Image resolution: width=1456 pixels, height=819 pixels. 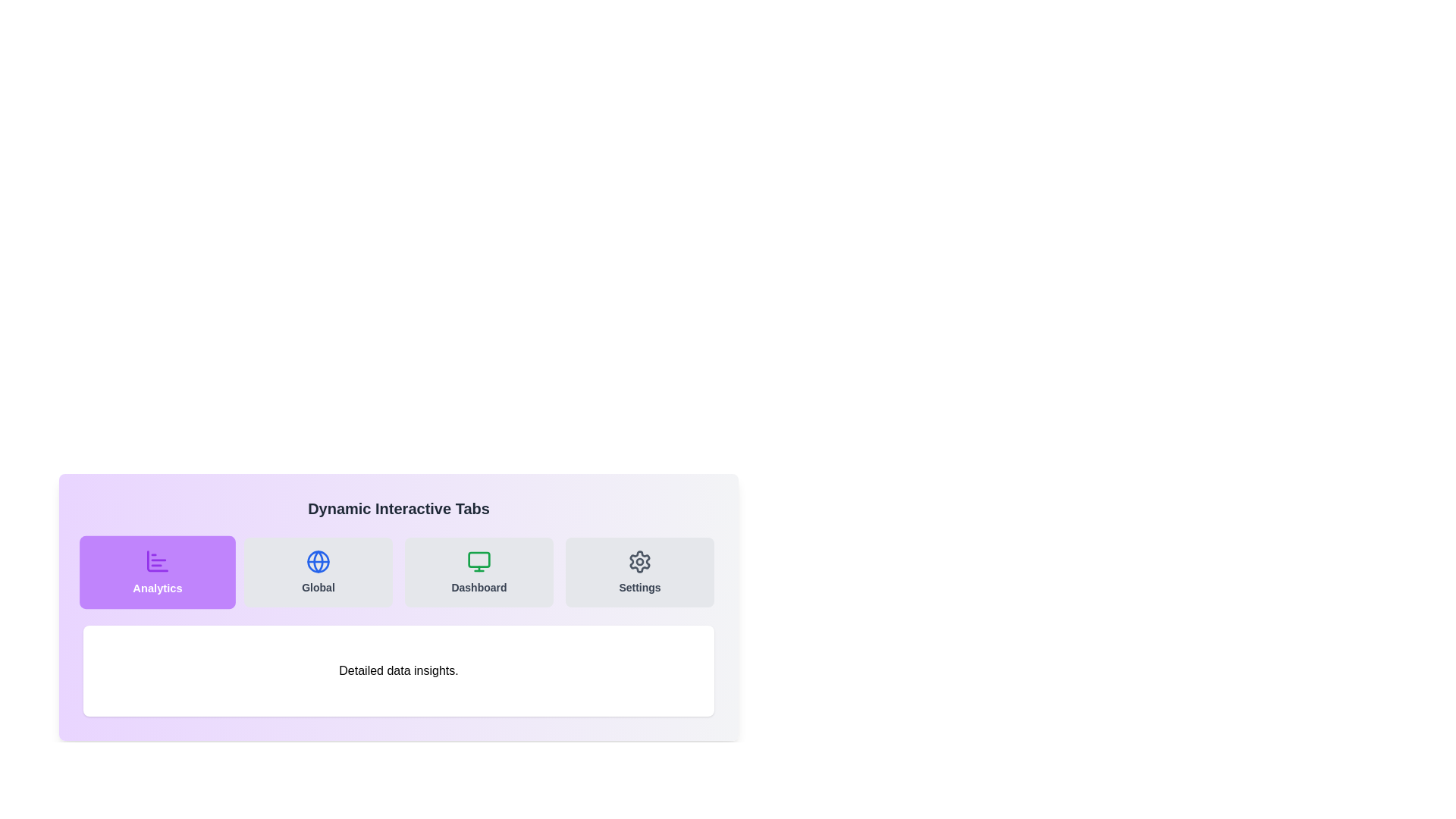 I want to click on text label that serves as the navigation element for the third tab, located under the 'Global' tab and to the left of the 'Settings' tab, so click(x=479, y=587).